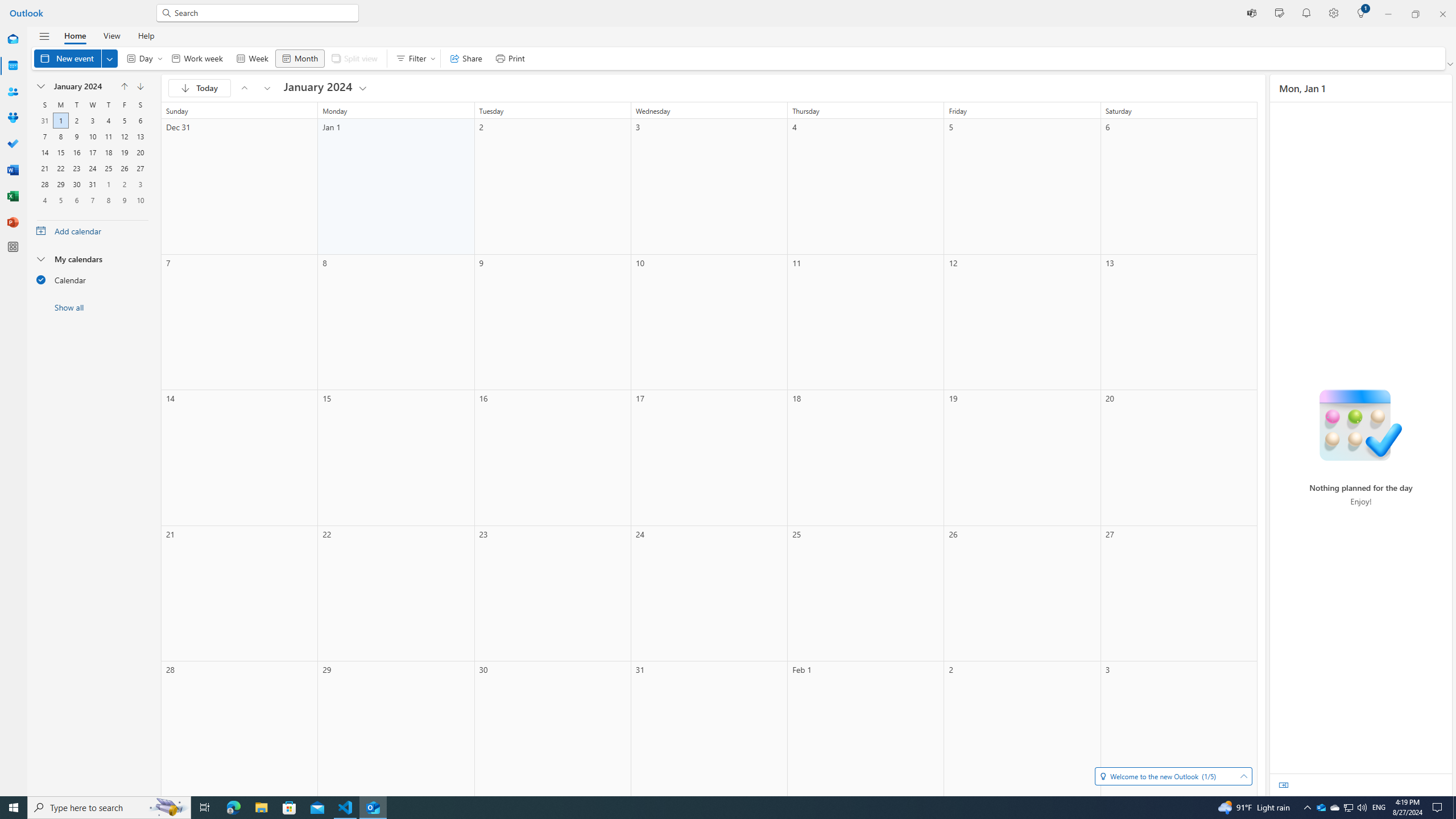  I want to click on 'To Do', so click(13, 143).